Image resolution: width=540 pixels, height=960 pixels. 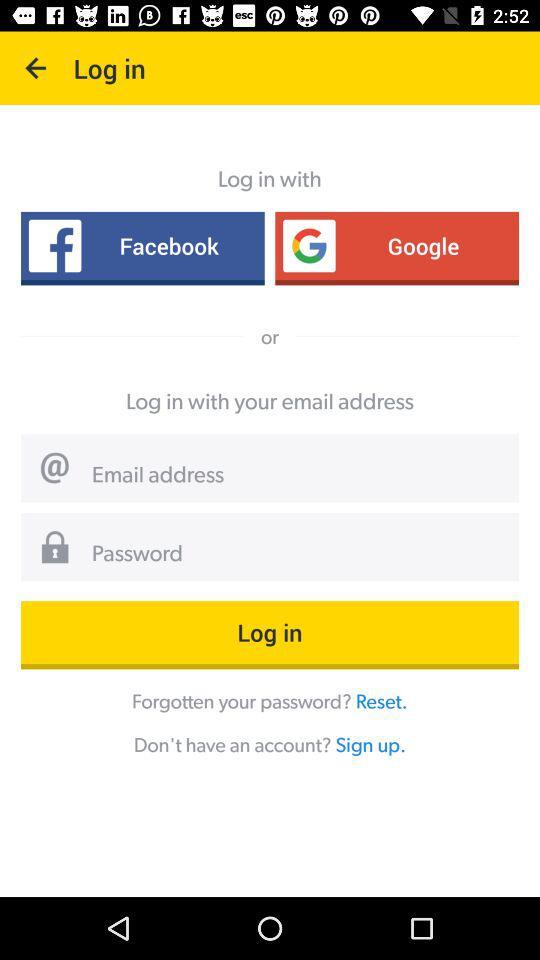 What do you see at coordinates (36, 68) in the screenshot?
I see `the item above the facebook icon` at bounding box center [36, 68].